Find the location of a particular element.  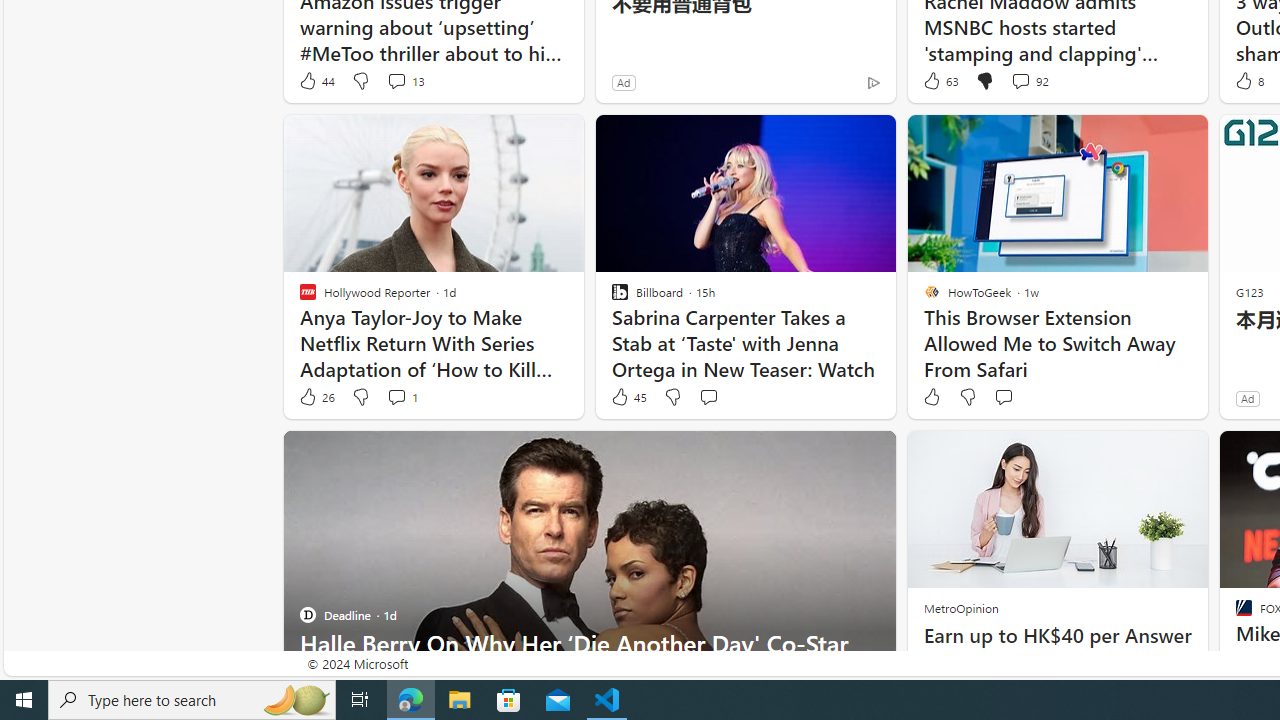

'View comments 92 Comment' is located at coordinates (1029, 80).